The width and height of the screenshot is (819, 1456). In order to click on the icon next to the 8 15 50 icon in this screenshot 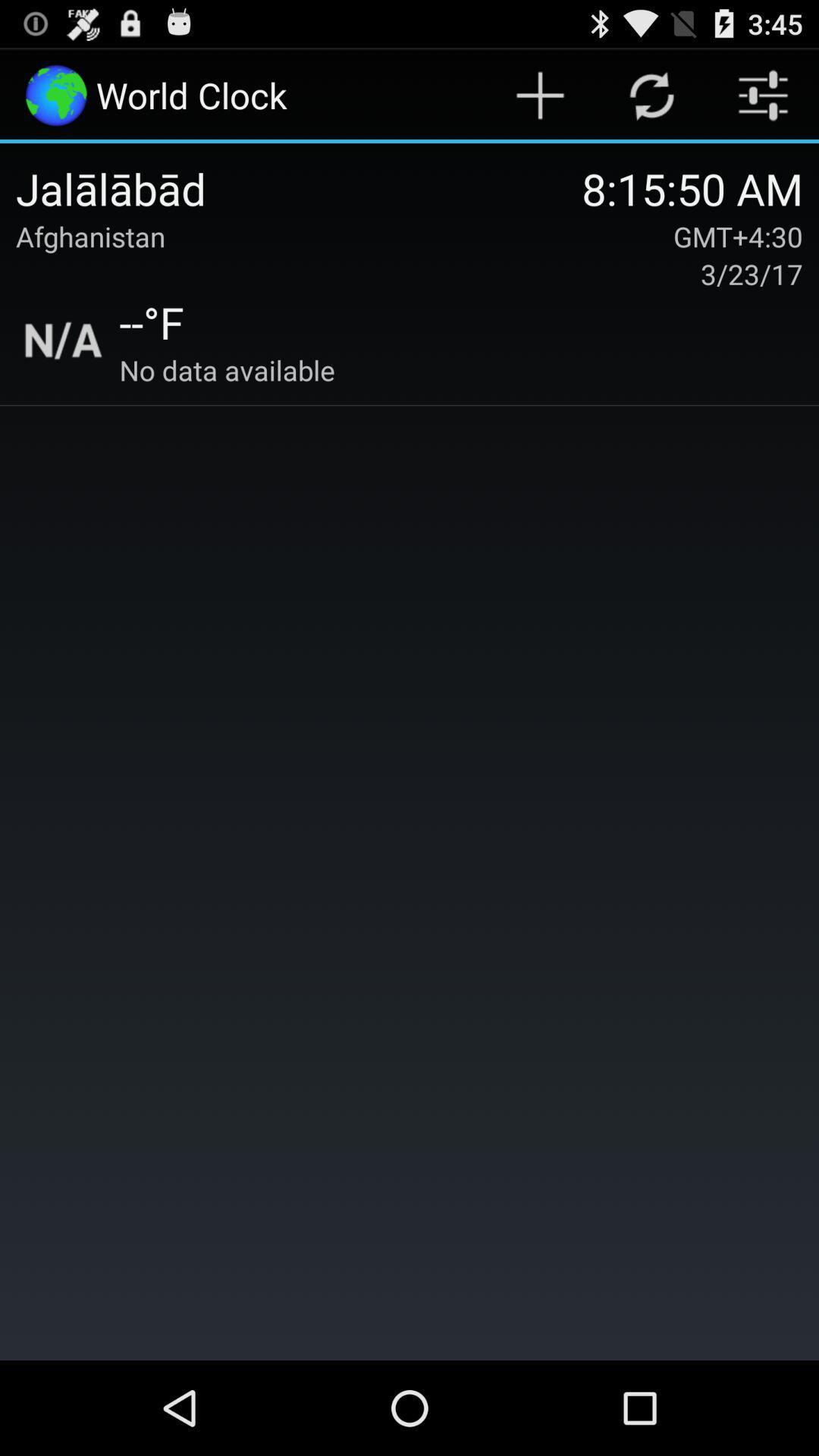, I will do `click(299, 187)`.